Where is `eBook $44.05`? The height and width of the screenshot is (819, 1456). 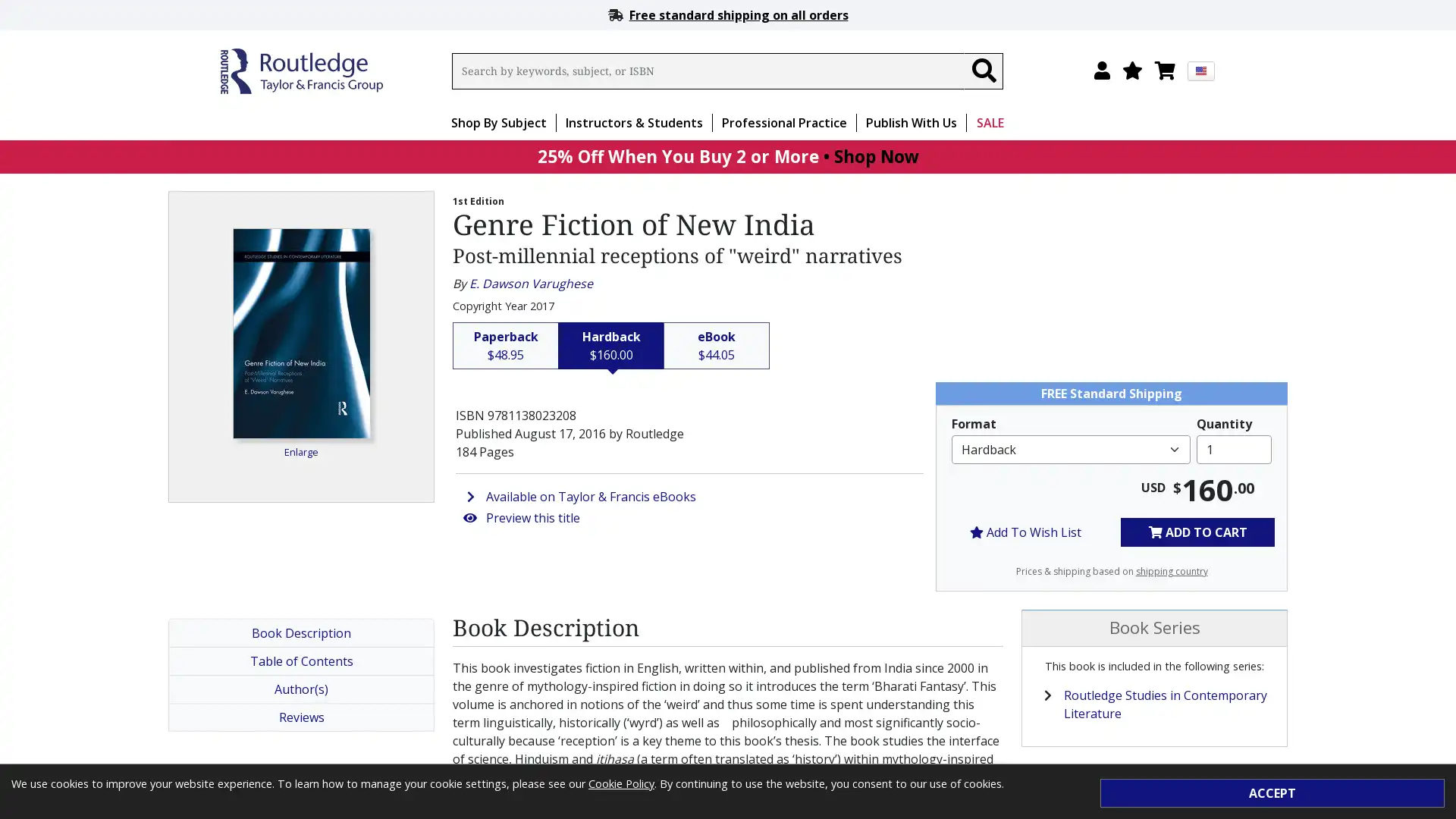 eBook $44.05 is located at coordinates (716, 345).